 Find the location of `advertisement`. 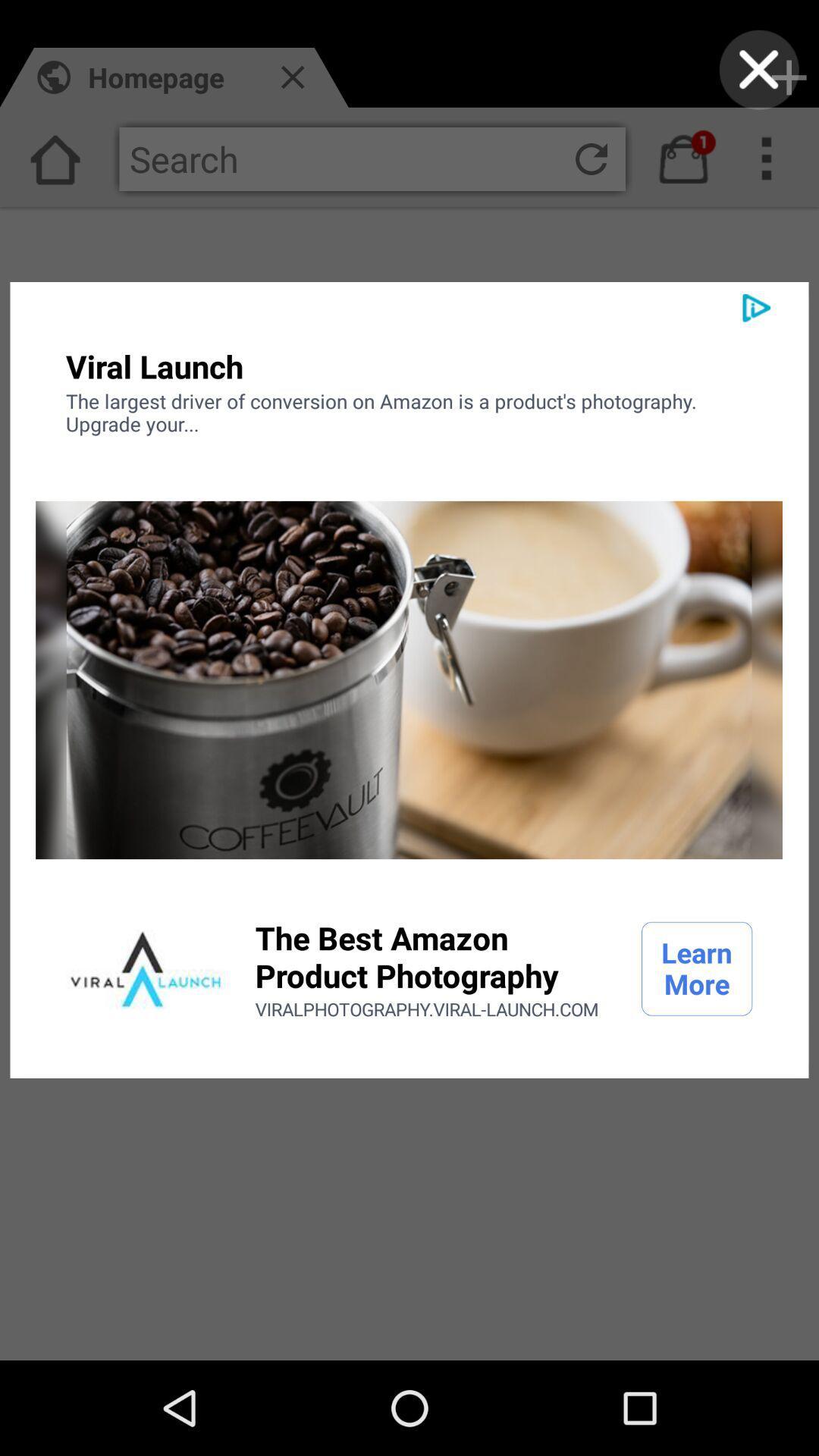

advertisement is located at coordinates (759, 69).